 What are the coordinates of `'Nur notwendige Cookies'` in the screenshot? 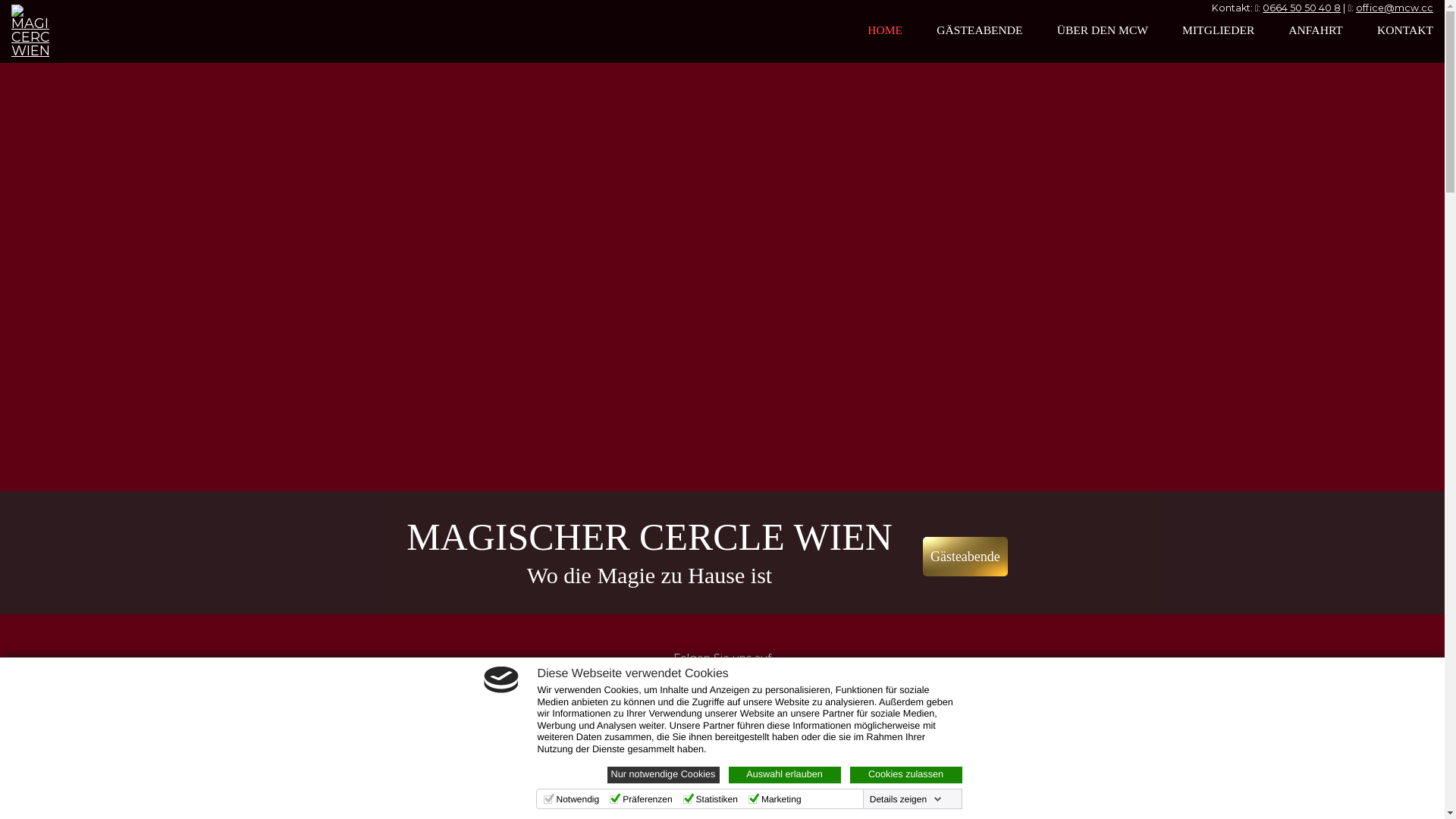 It's located at (662, 775).